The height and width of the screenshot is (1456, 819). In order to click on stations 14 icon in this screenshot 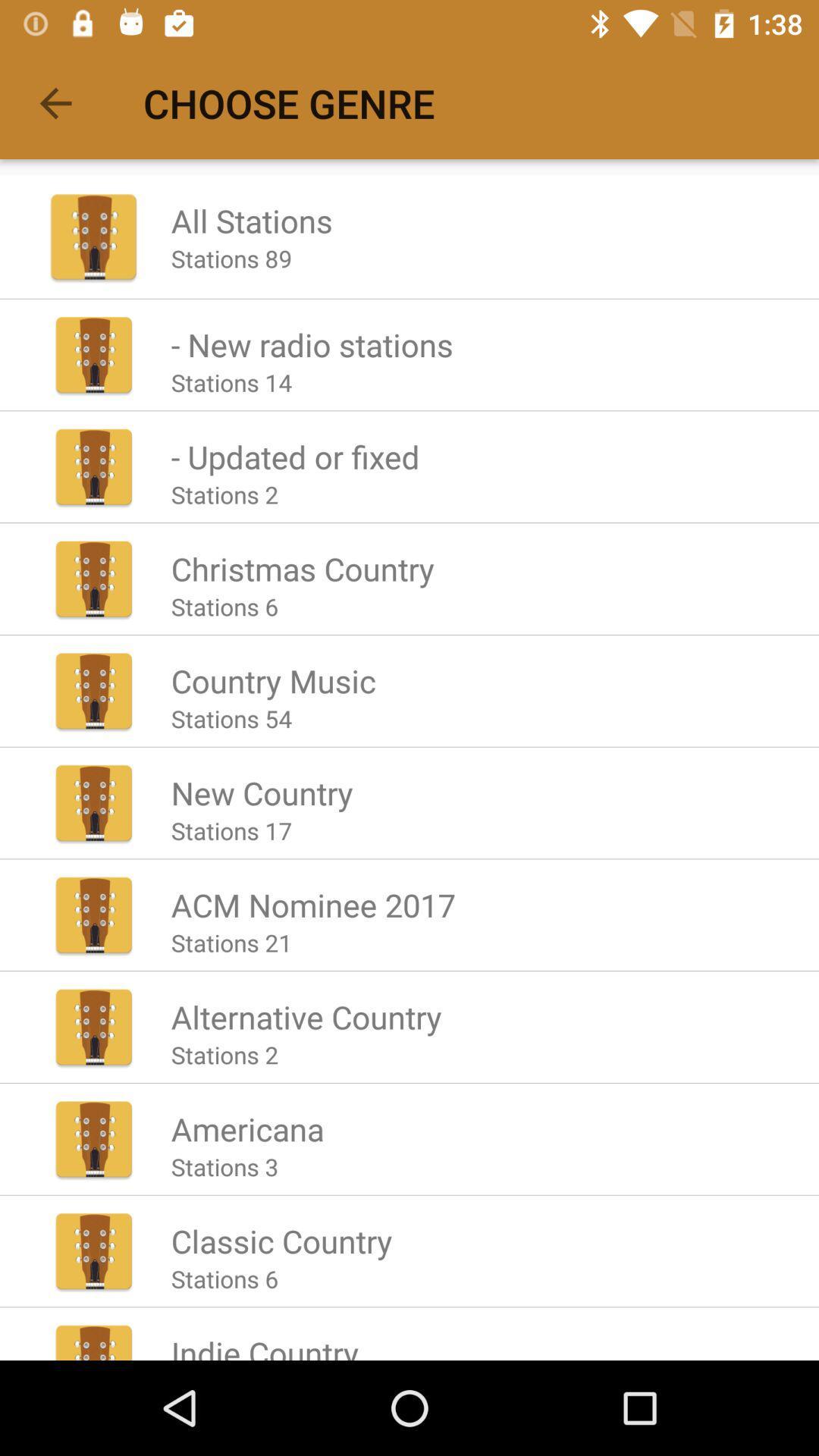, I will do `click(231, 382)`.